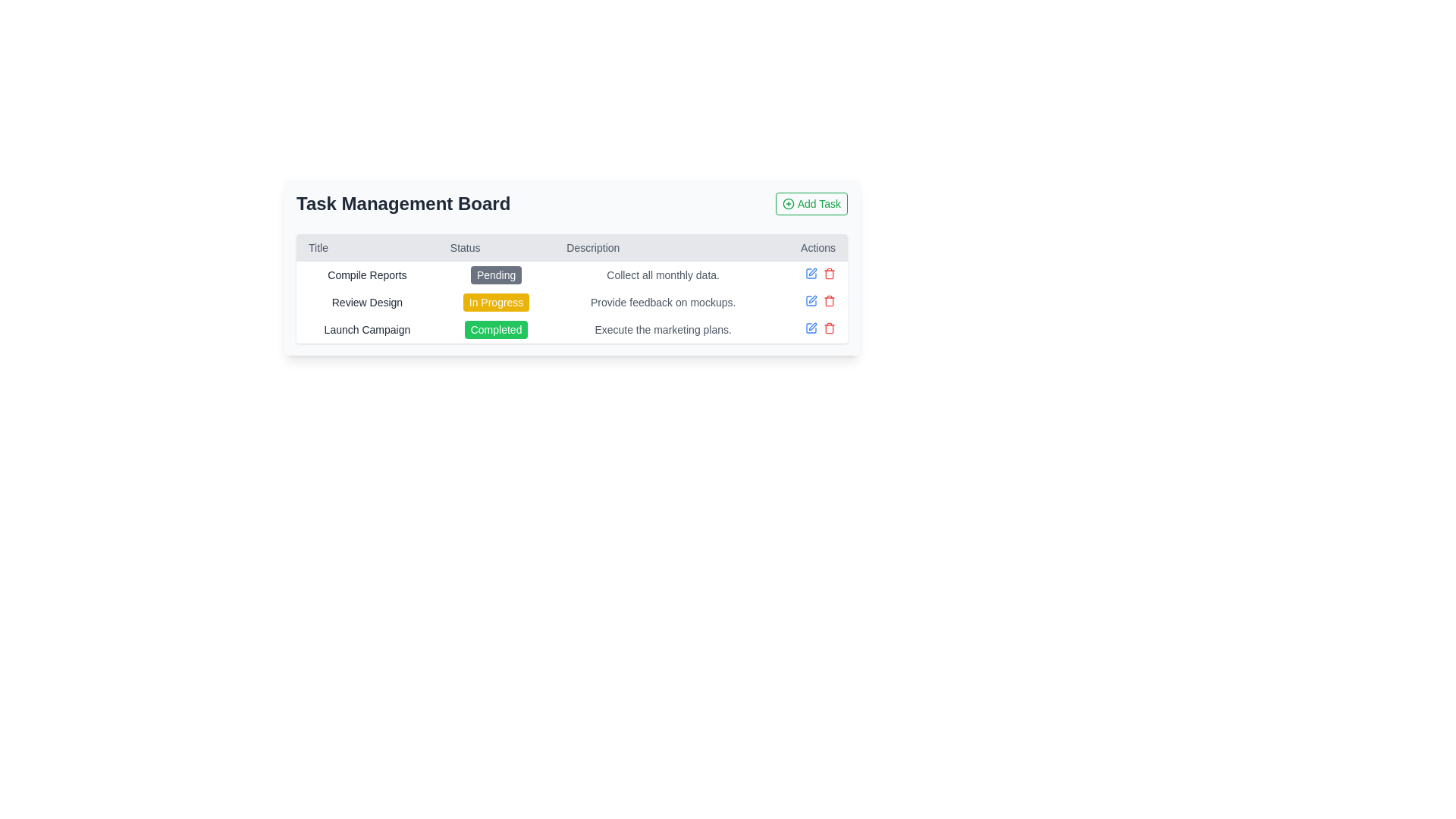 Image resolution: width=1456 pixels, height=819 pixels. I want to click on the trash can icon in the 'Actions' column of the table row for the task 'Review Design' to trigger a tooltip or highlight effect, so click(829, 301).